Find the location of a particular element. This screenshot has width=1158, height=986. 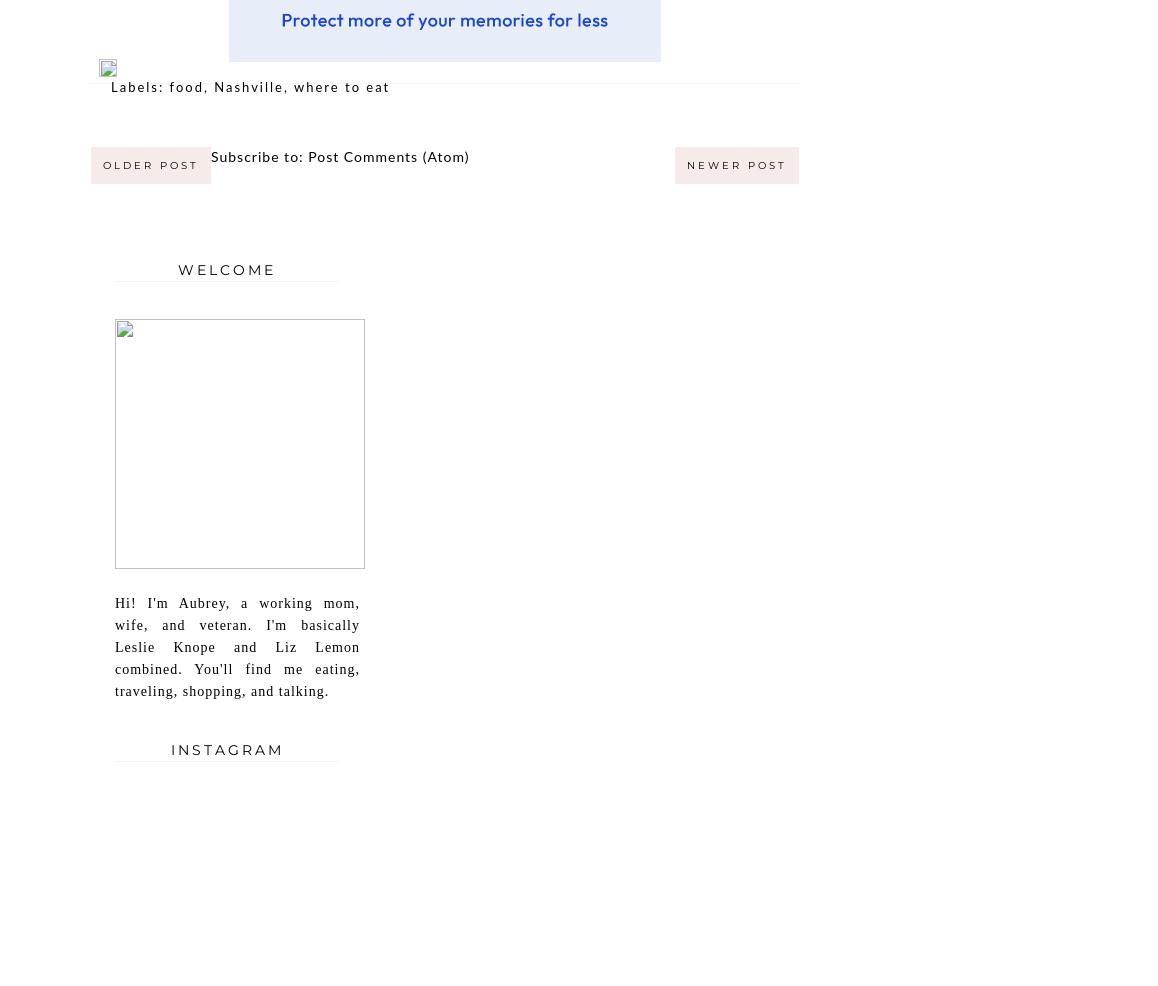

'Subscribe to:' is located at coordinates (258, 156).